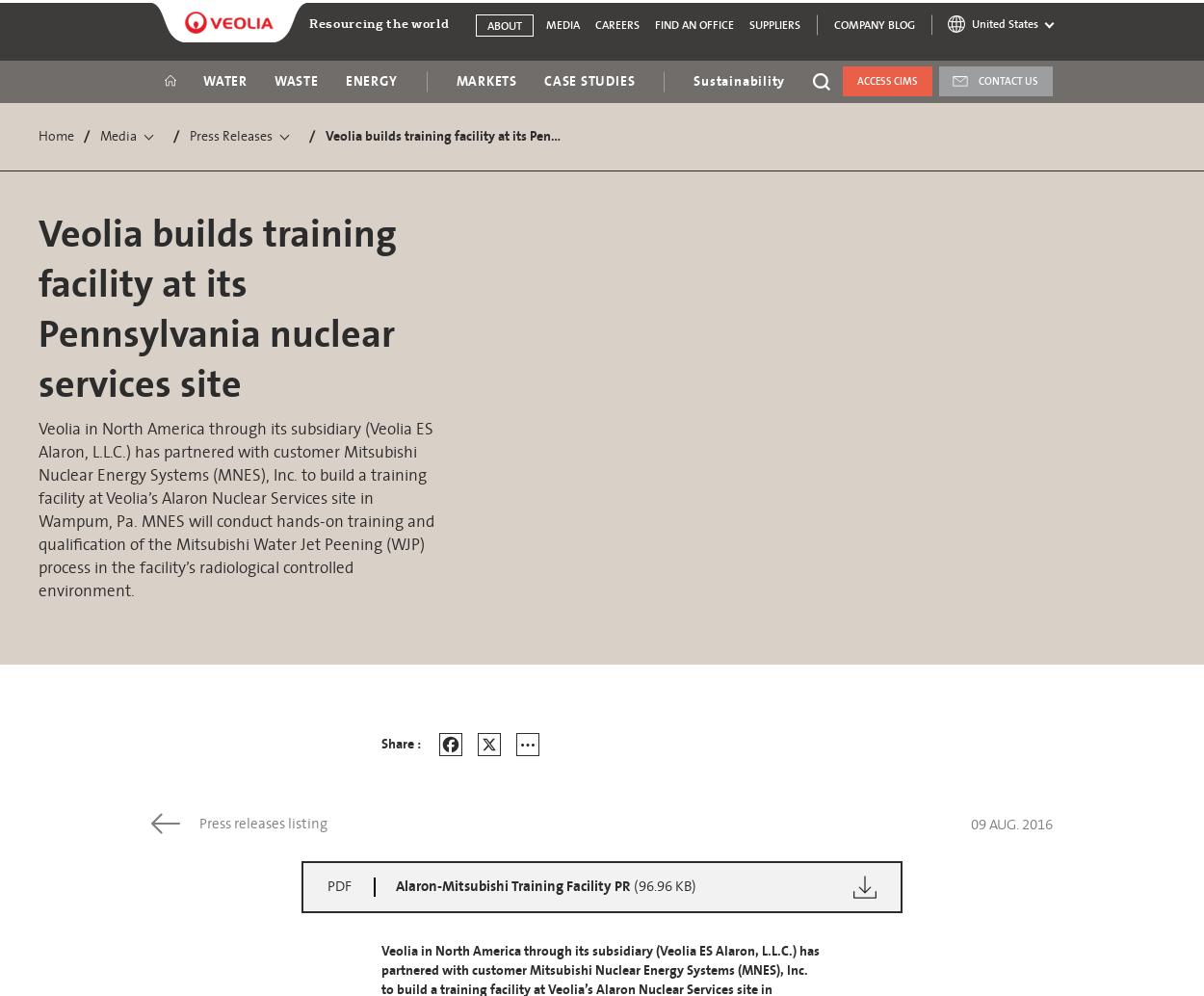  I want to click on 'Share', so click(549, 808).